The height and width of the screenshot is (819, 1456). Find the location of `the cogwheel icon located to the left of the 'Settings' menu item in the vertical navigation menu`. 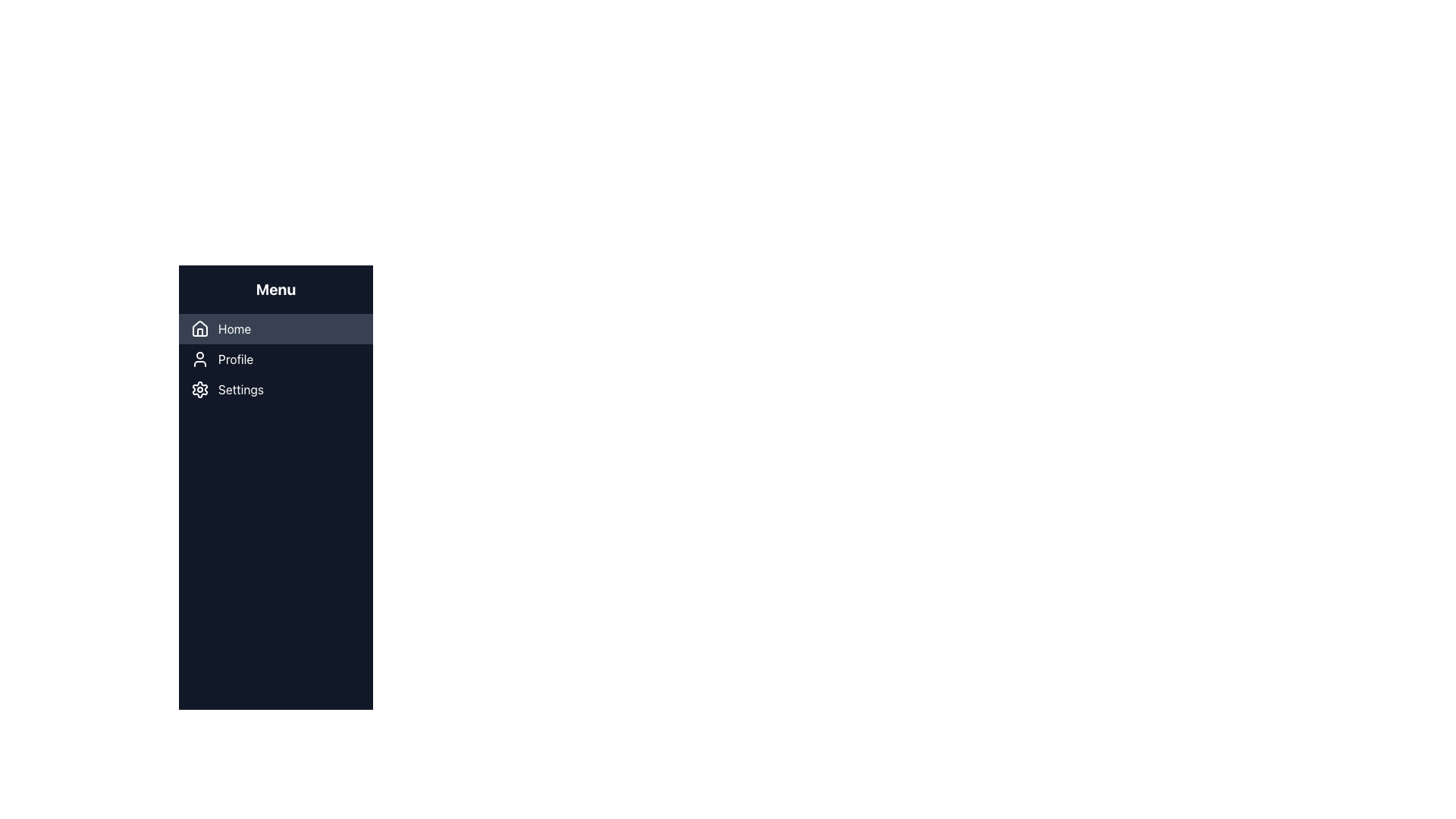

the cogwheel icon located to the left of the 'Settings' menu item in the vertical navigation menu is located at coordinates (199, 388).